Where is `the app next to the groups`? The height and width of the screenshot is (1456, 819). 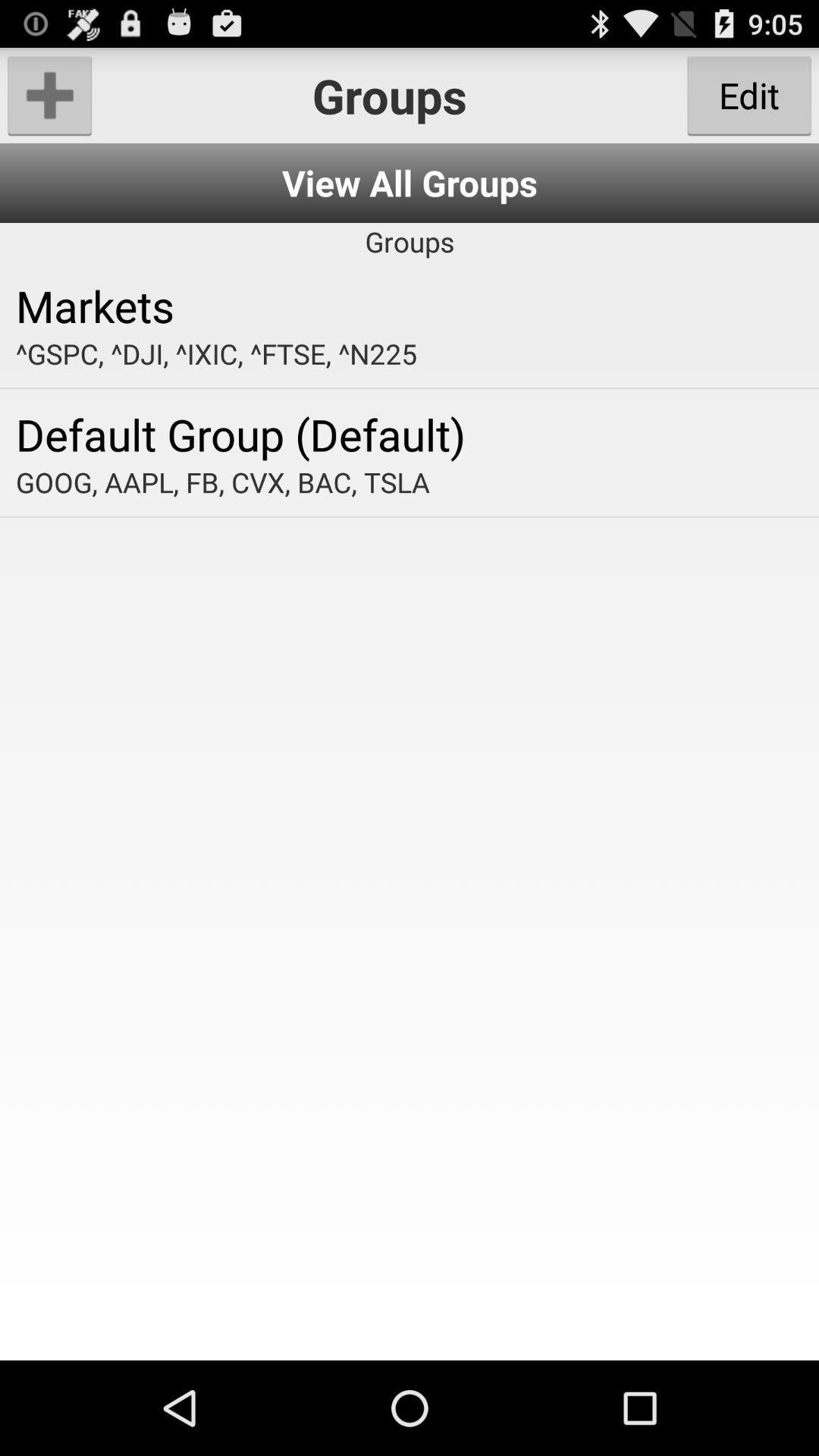
the app next to the groups is located at coordinates (49, 94).